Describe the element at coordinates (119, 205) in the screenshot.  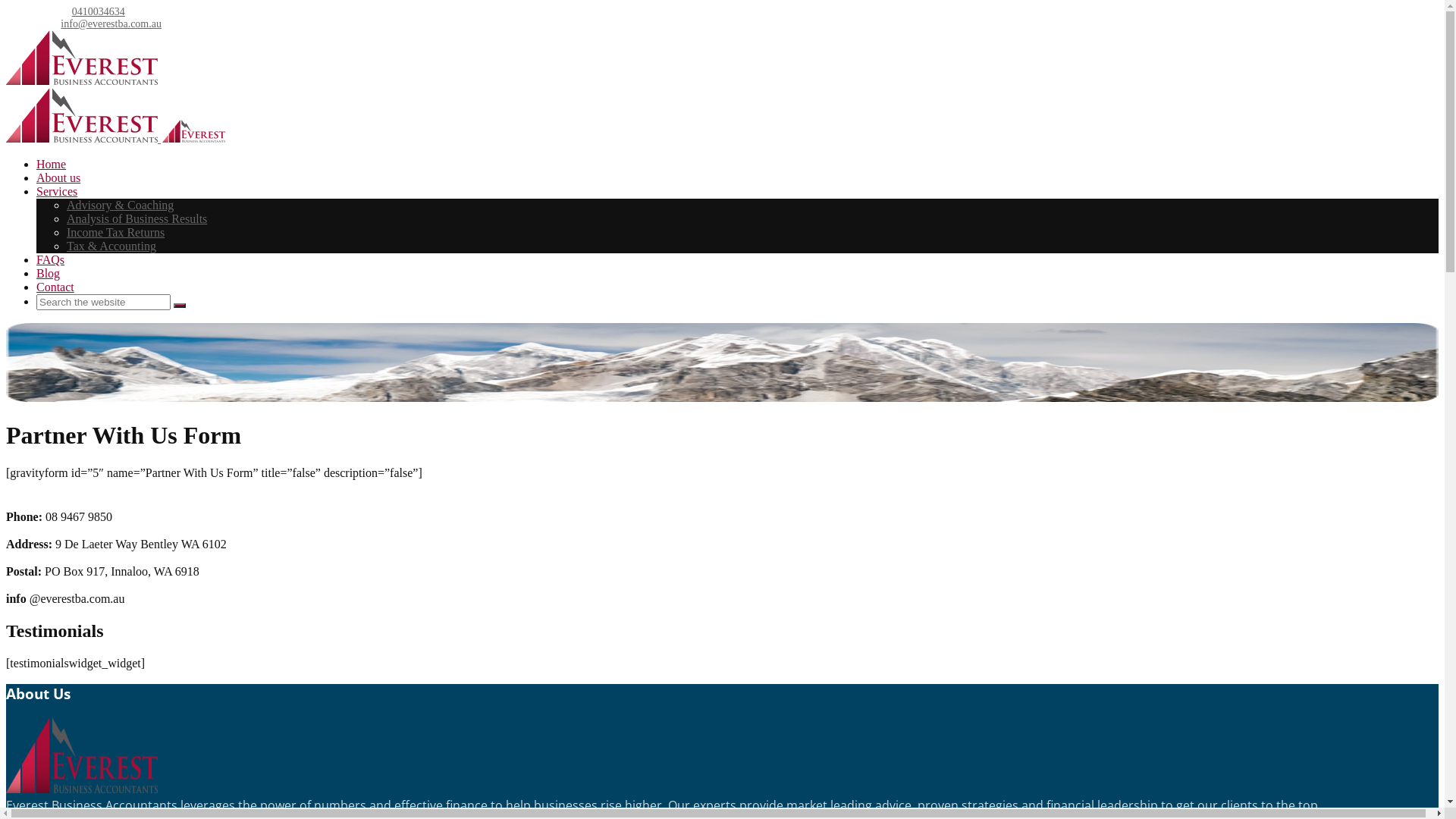
I see `'Advisory & Coaching'` at that location.